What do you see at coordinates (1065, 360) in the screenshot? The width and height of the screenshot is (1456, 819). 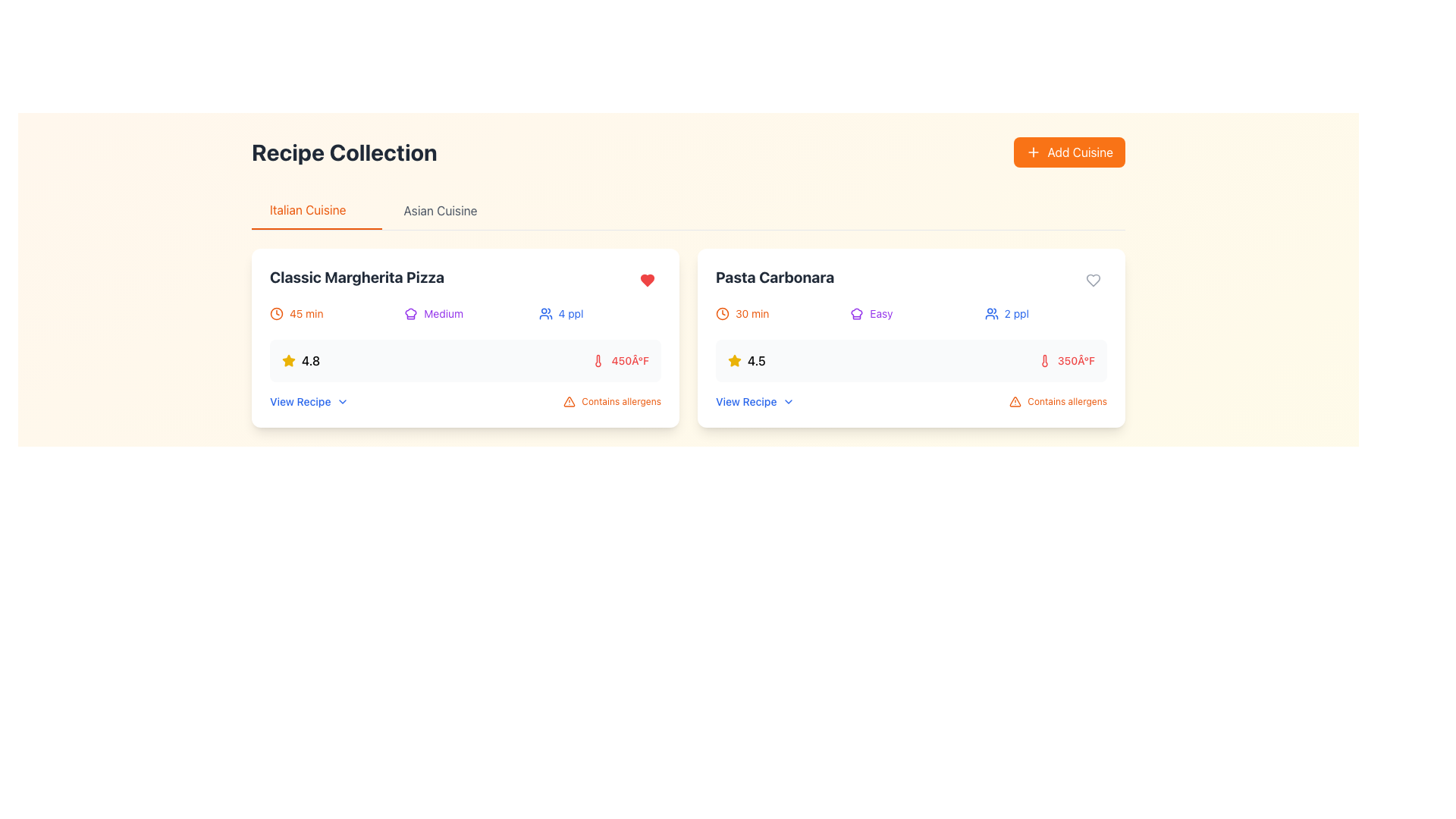 I see `temperature value displayed in the red text label that shows '350°F', located in the second recipe card under the 'Pasta Carbonara' section` at bounding box center [1065, 360].